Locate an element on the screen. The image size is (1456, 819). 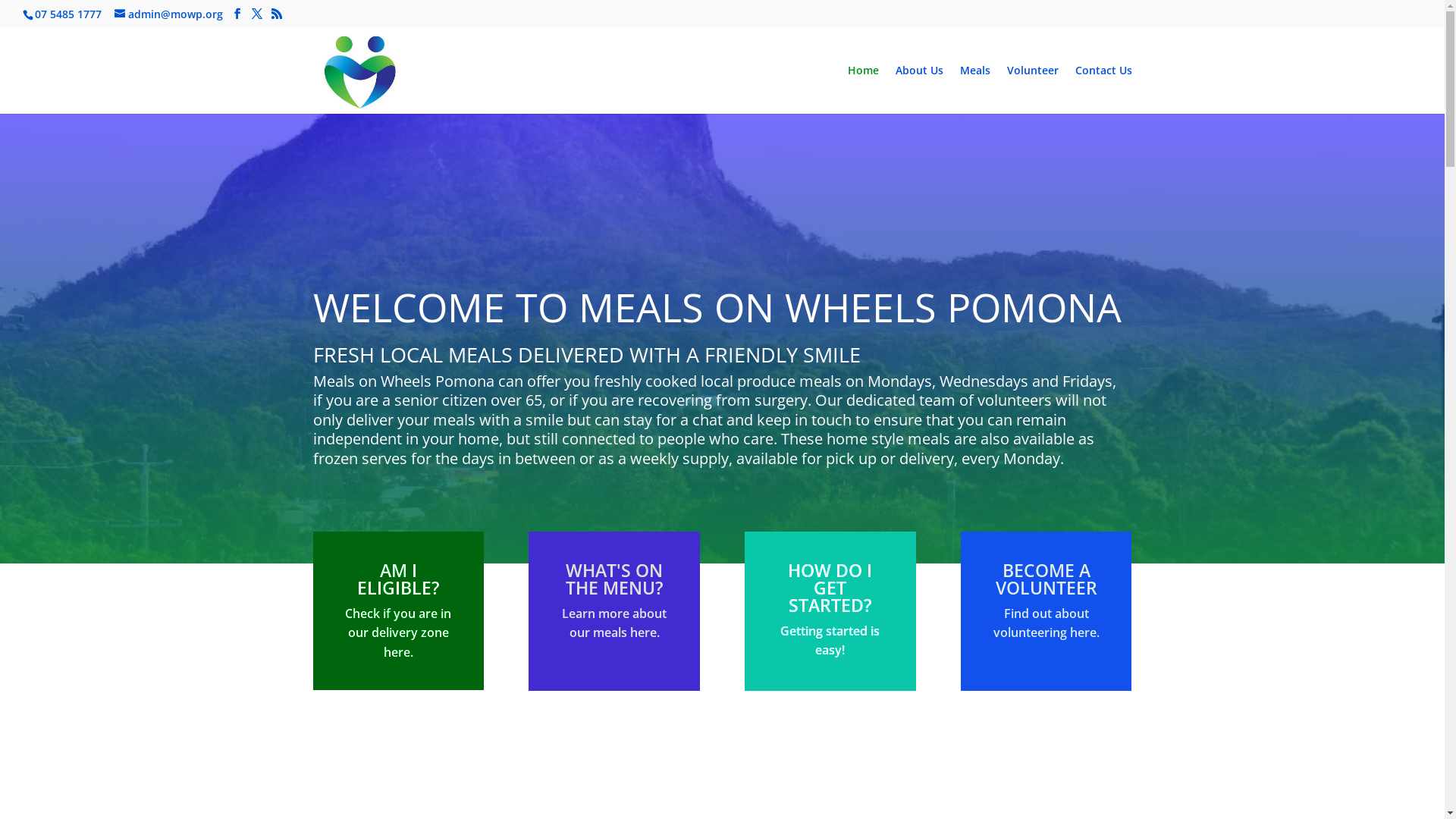
'Contact Us' is located at coordinates (1103, 89).